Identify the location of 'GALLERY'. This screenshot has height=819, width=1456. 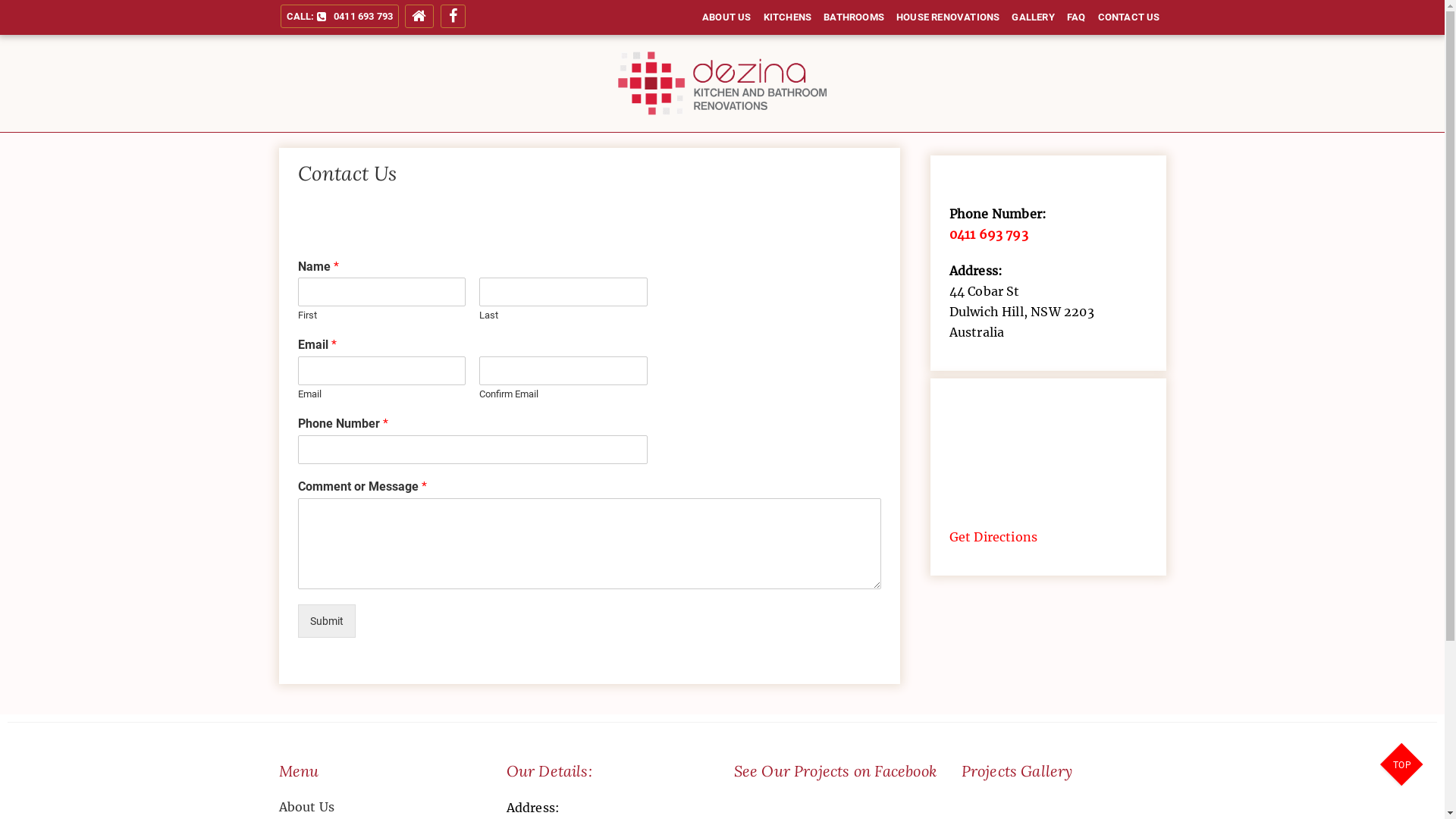
(1032, 17).